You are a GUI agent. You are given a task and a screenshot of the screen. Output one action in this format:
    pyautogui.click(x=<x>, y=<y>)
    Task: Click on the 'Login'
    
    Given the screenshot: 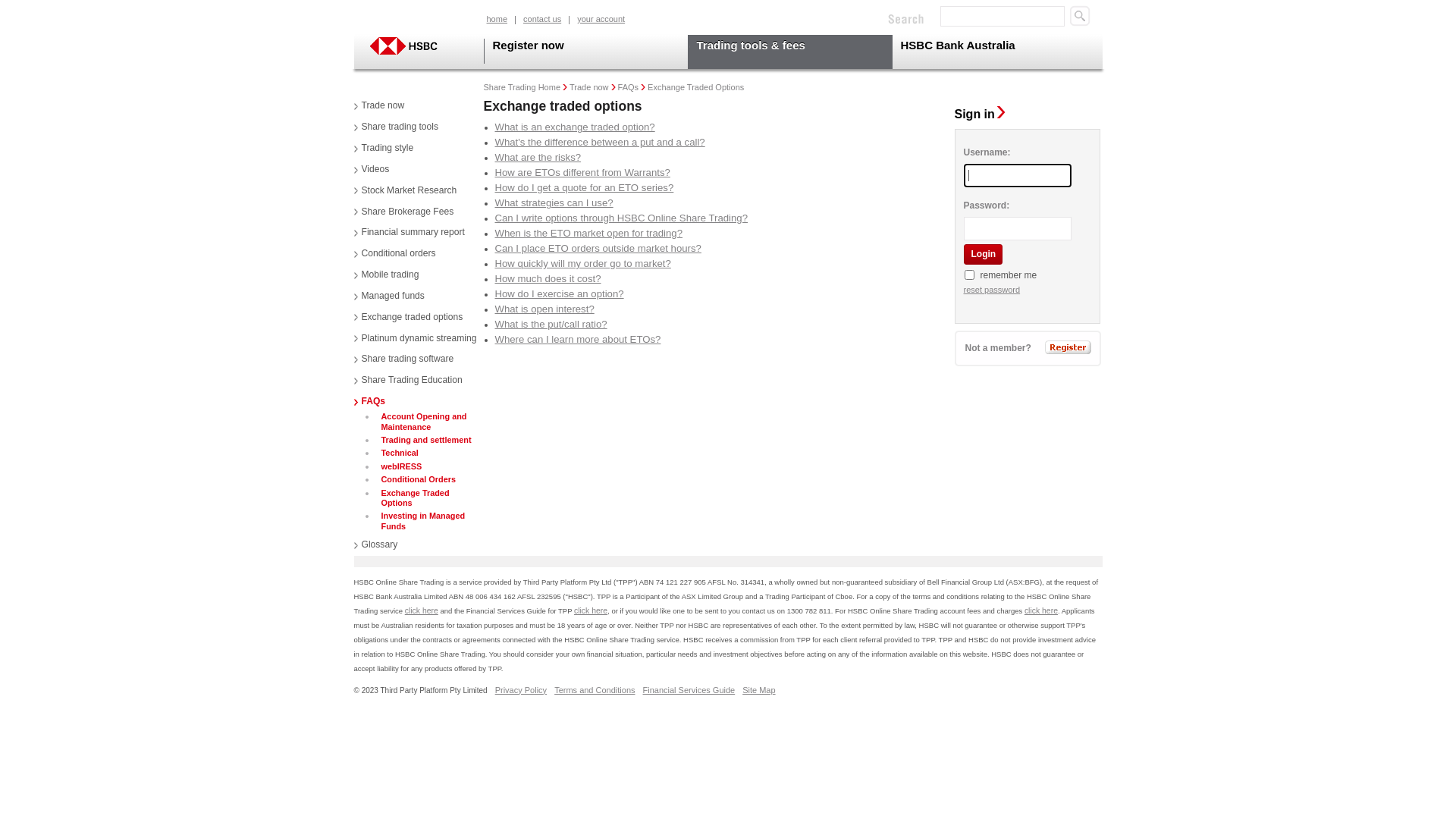 What is the action you would take?
    pyautogui.click(x=982, y=253)
    